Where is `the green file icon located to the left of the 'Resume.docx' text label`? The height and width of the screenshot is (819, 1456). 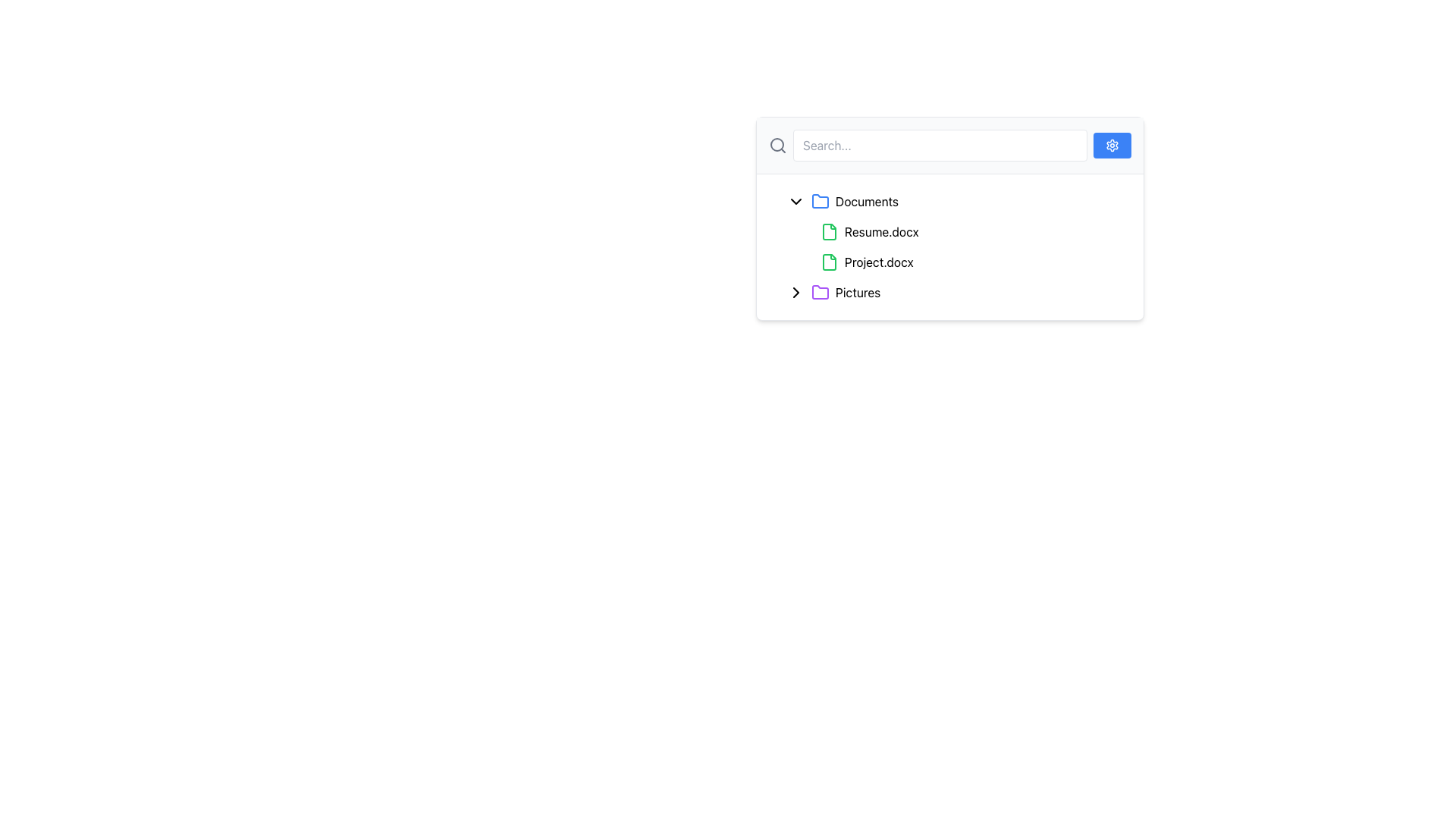
the green file icon located to the left of the 'Resume.docx' text label is located at coordinates (829, 231).